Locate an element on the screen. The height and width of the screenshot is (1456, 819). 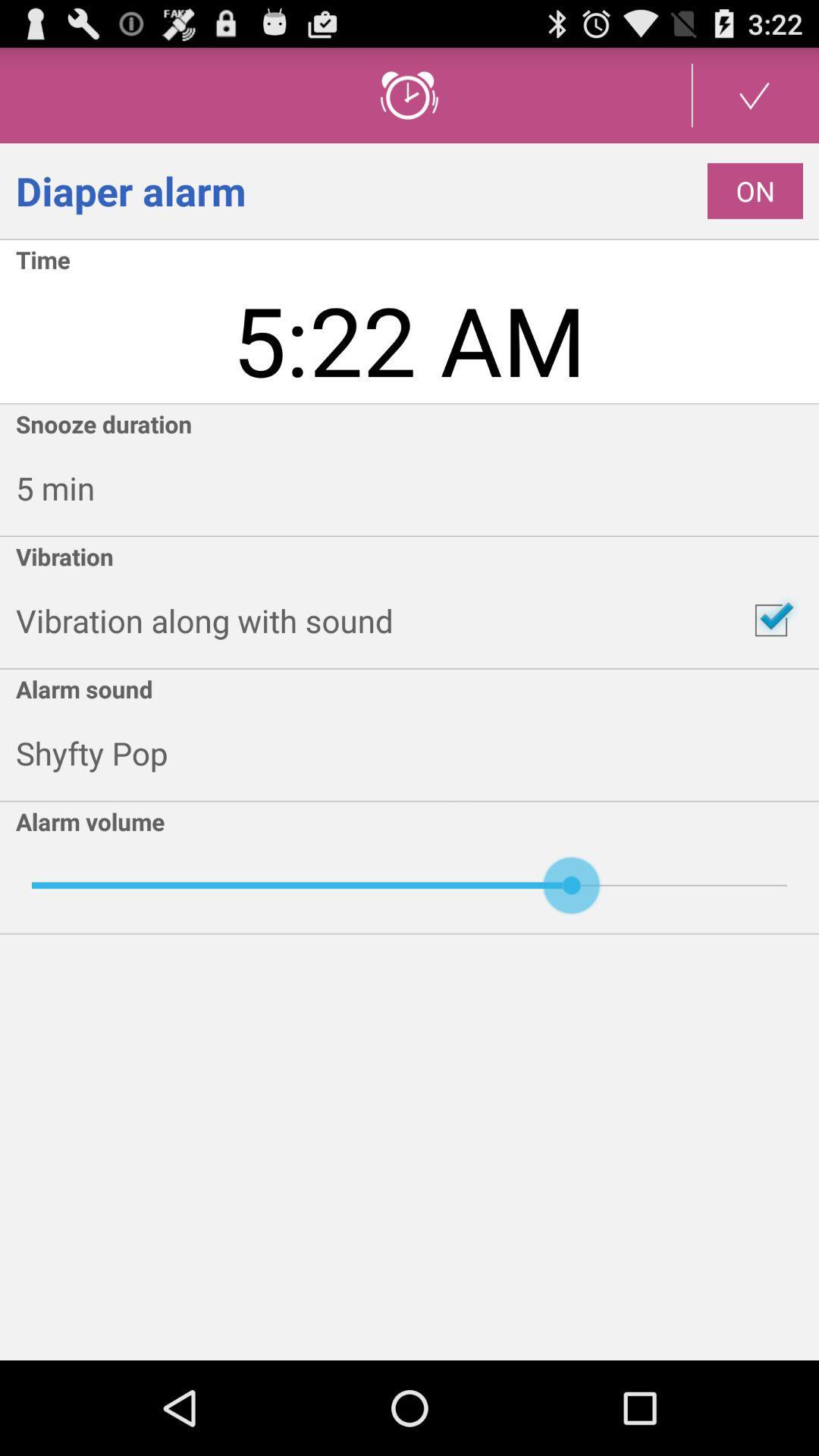
the on is located at coordinates (755, 190).